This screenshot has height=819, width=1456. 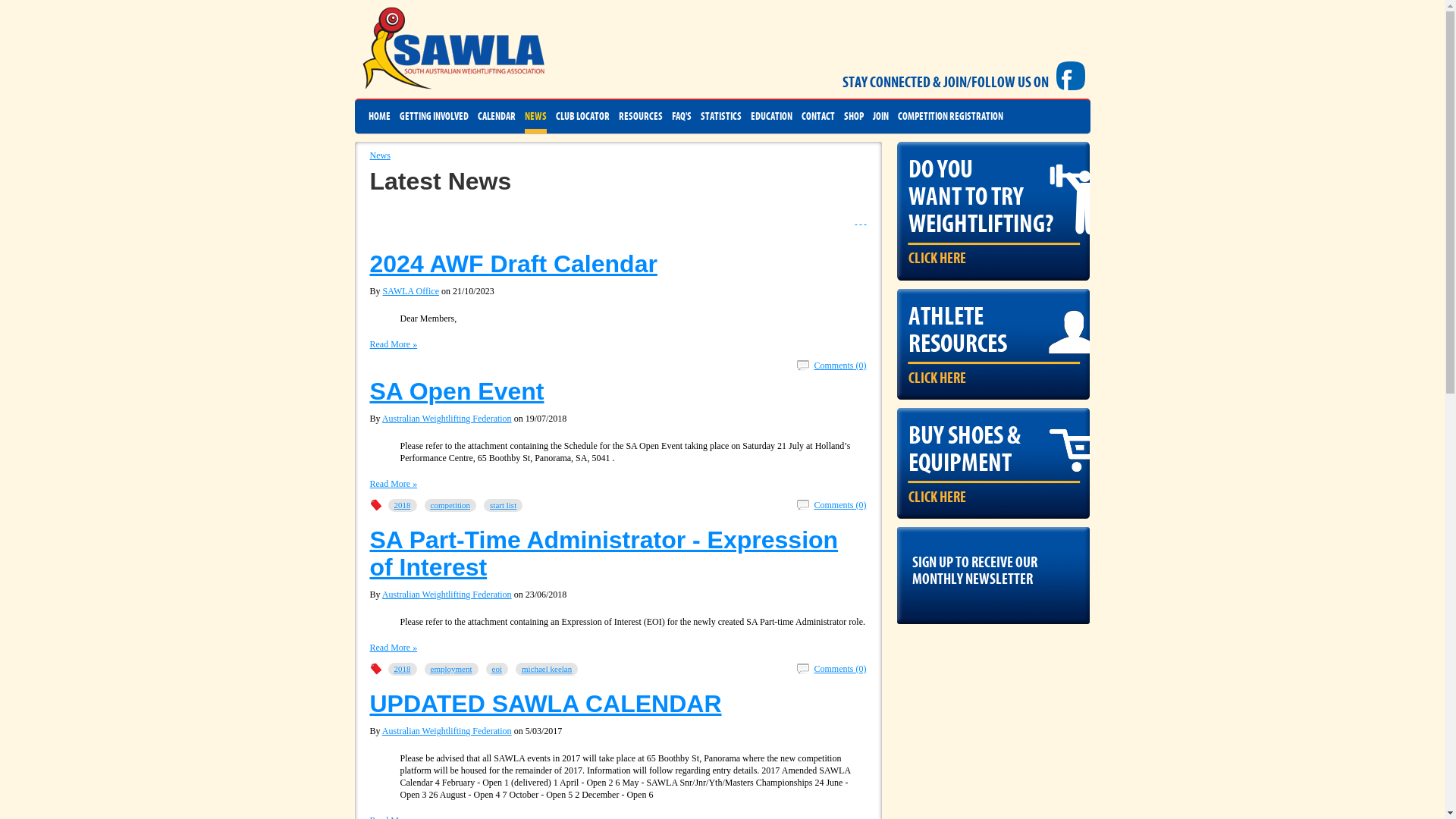 What do you see at coordinates (403, 668) in the screenshot?
I see `'2018'` at bounding box center [403, 668].